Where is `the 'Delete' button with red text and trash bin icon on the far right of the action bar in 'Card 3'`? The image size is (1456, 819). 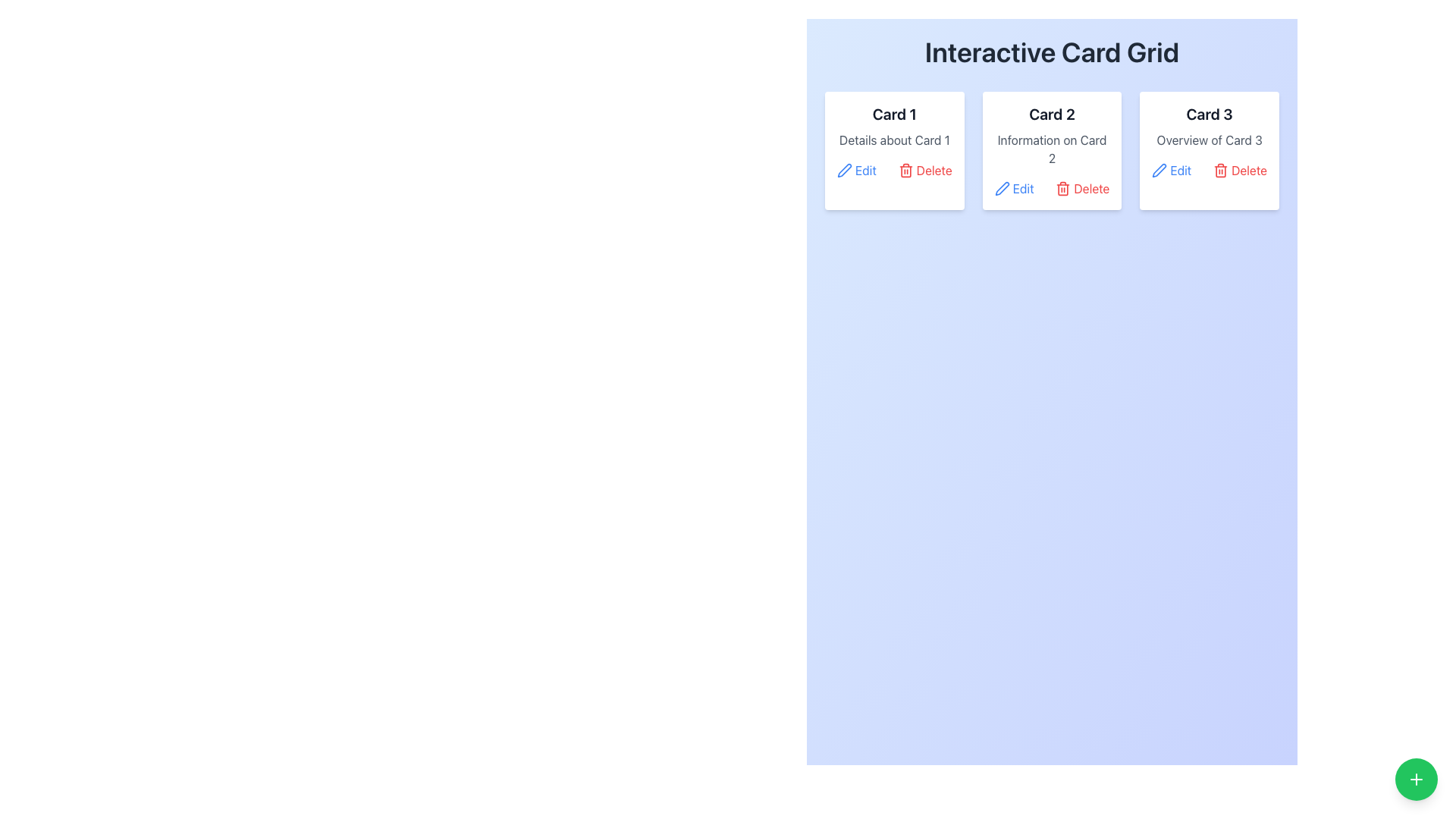
the 'Delete' button with red text and trash bin icon on the far right of the action bar in 'Card 3' is located at coordinates (1240, 170).